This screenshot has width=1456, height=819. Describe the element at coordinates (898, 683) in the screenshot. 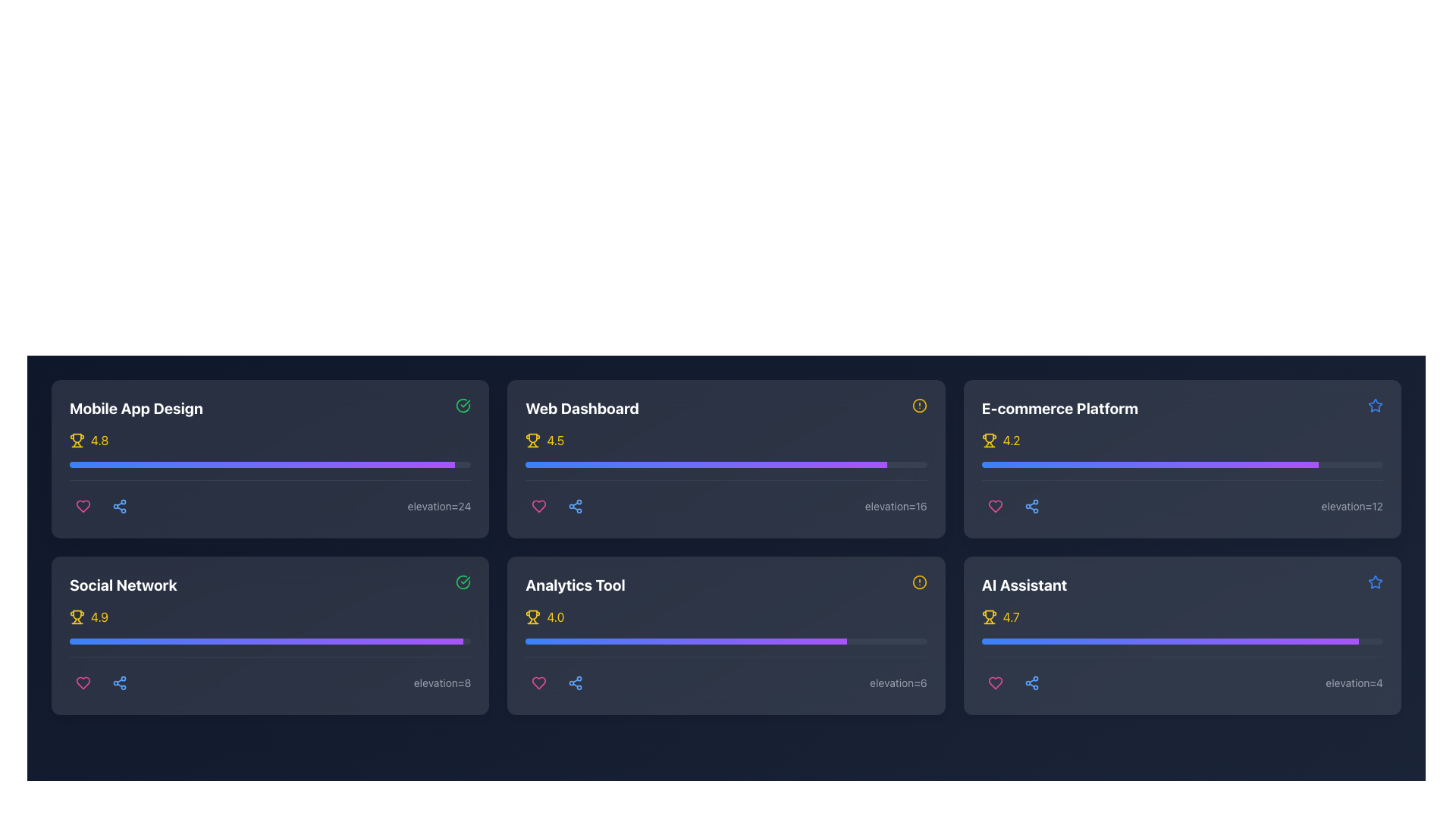

I see `the static text label displaying 'elevation=6' located in the bottom-right corner of the 'Analytics Tool' card` at that location.